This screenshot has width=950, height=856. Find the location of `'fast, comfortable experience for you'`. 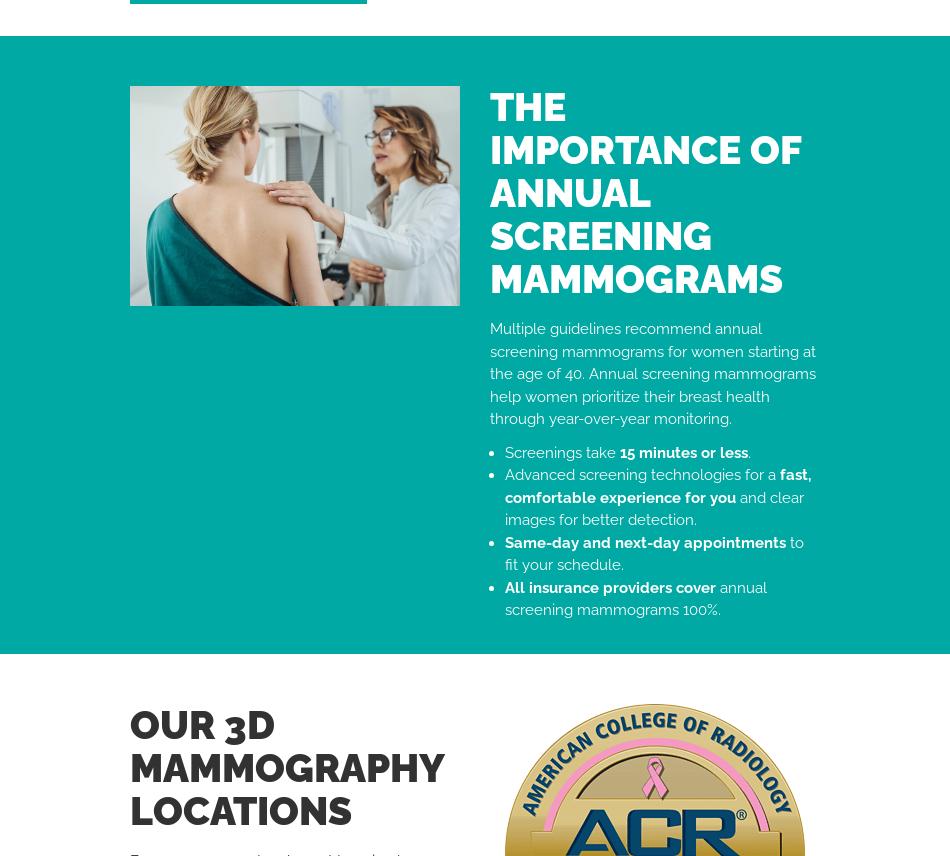

'fast, comfortable experience for you' is located at coordinates (657, 485).